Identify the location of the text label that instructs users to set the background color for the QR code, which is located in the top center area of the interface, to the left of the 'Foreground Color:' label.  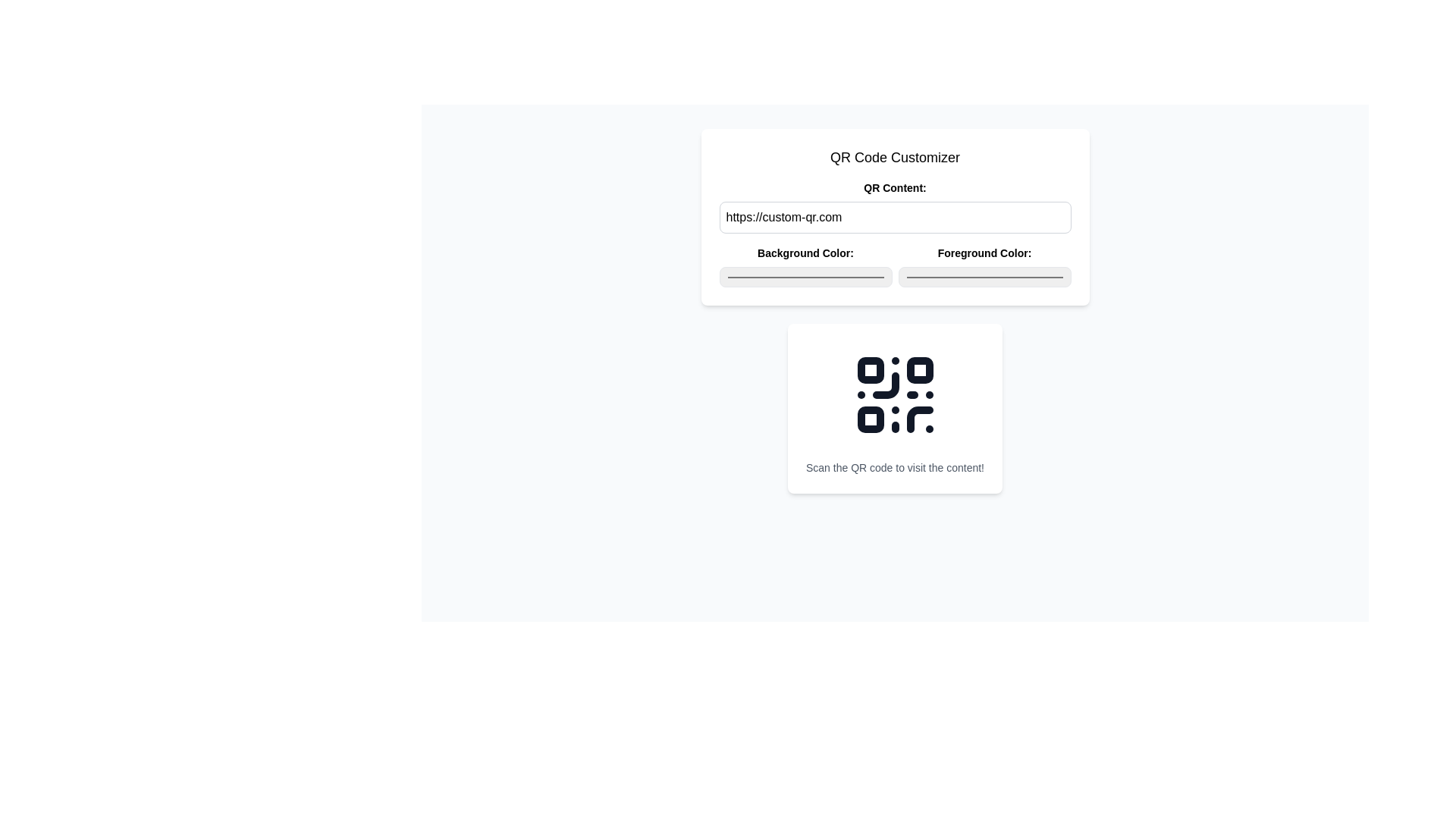
(805, 253).